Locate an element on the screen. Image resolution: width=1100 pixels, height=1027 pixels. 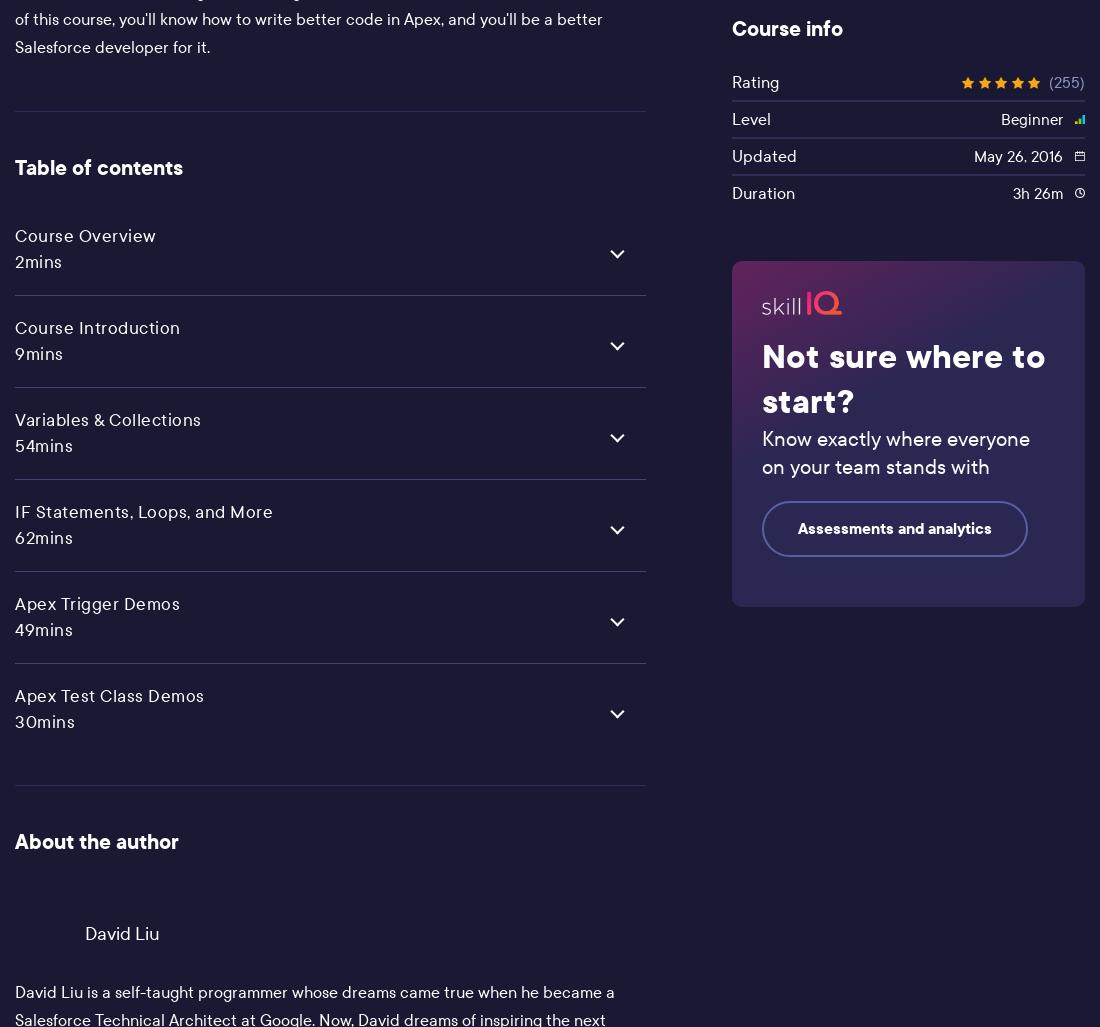
'9mins' is located at coordinates (13, 352).